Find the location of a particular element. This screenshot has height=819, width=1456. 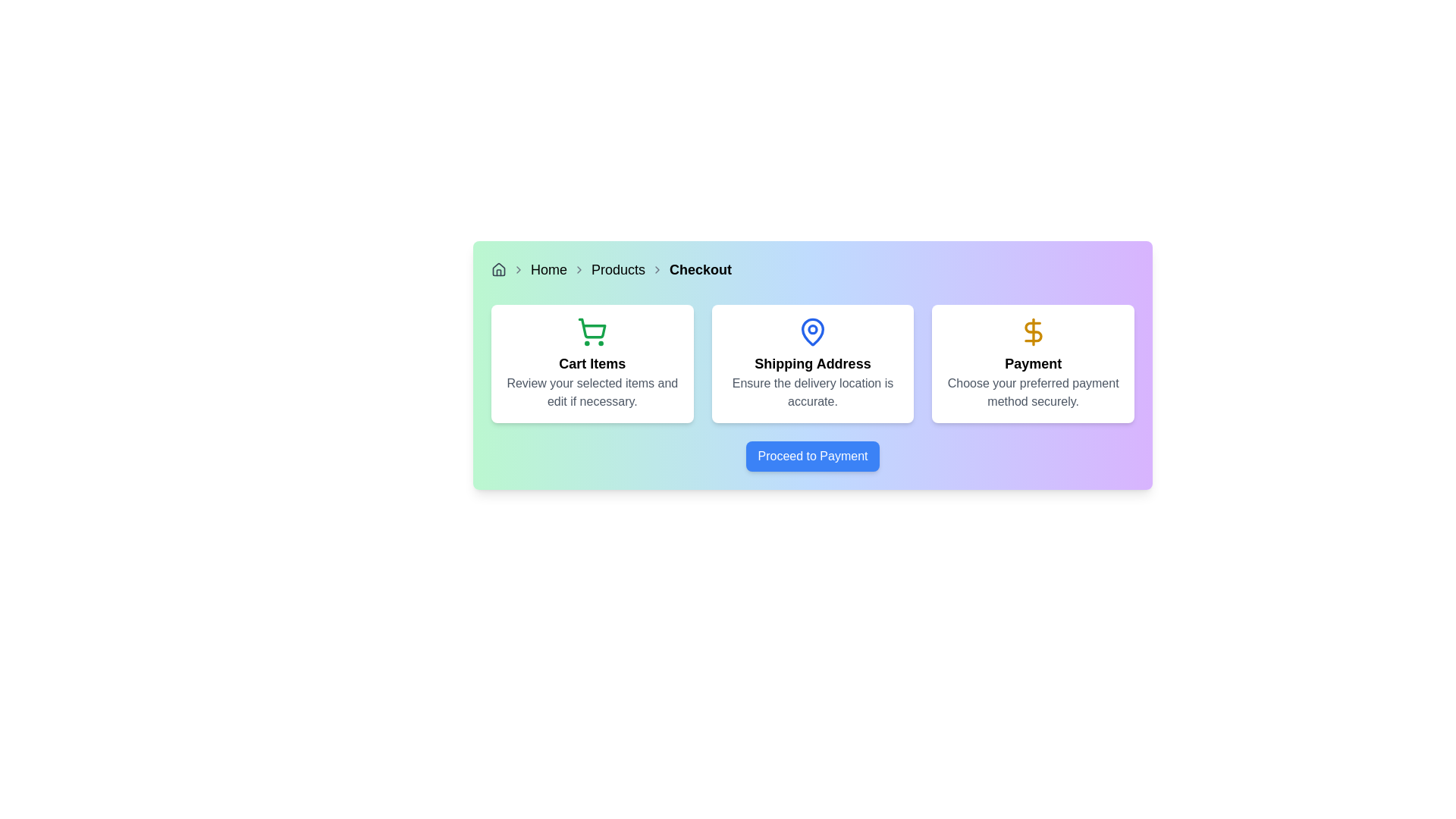

the informational card located in the top left corner of the grouping, which displays a summary of the user's selected items in their cart is located at coordinates (591, 363).